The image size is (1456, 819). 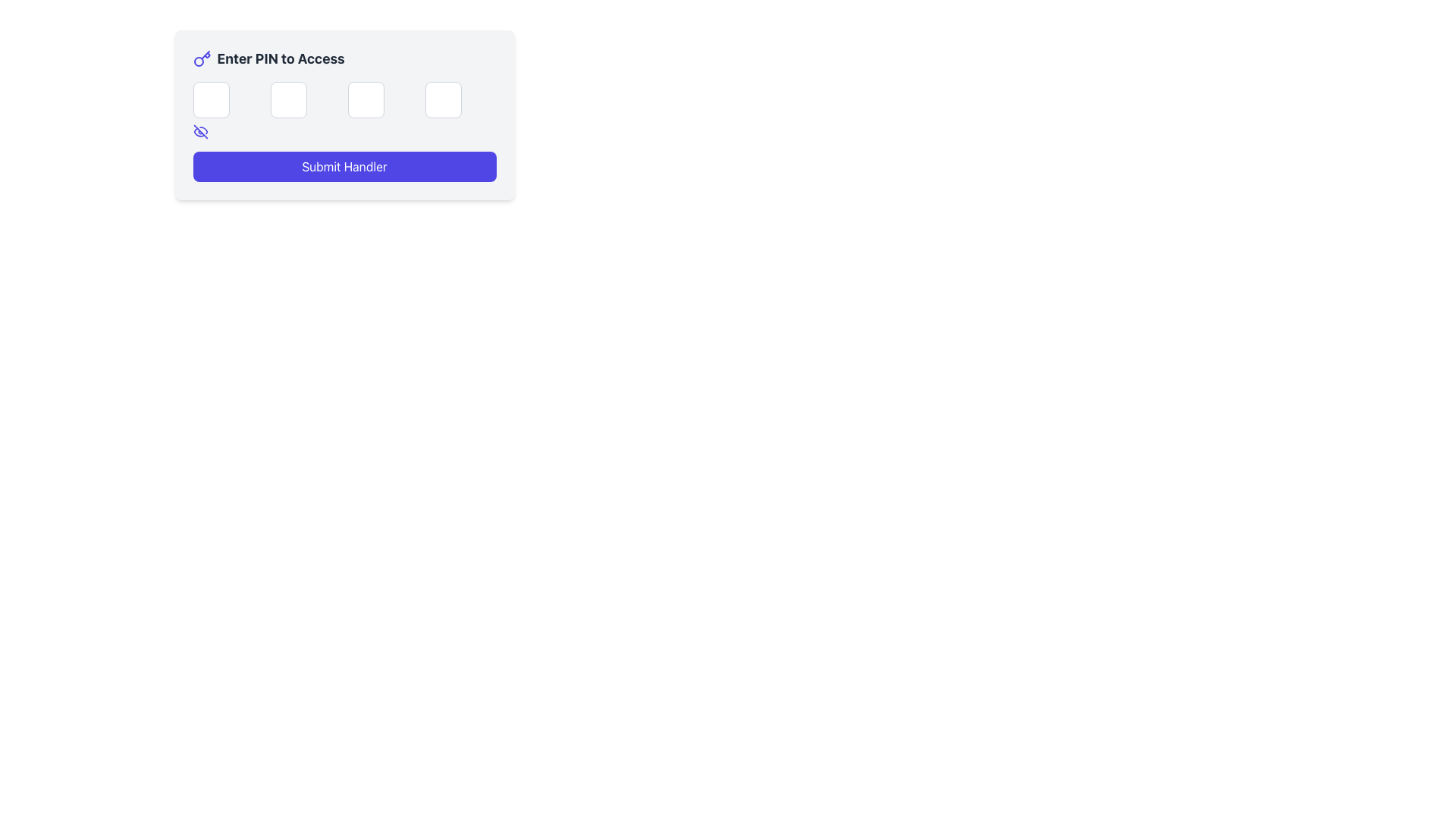 What do you see at coordinates (288, 99) in the screenshot?
I see `the second input field for entering a single character of the PIN code to focus on it` at bounding box center [288, 99].